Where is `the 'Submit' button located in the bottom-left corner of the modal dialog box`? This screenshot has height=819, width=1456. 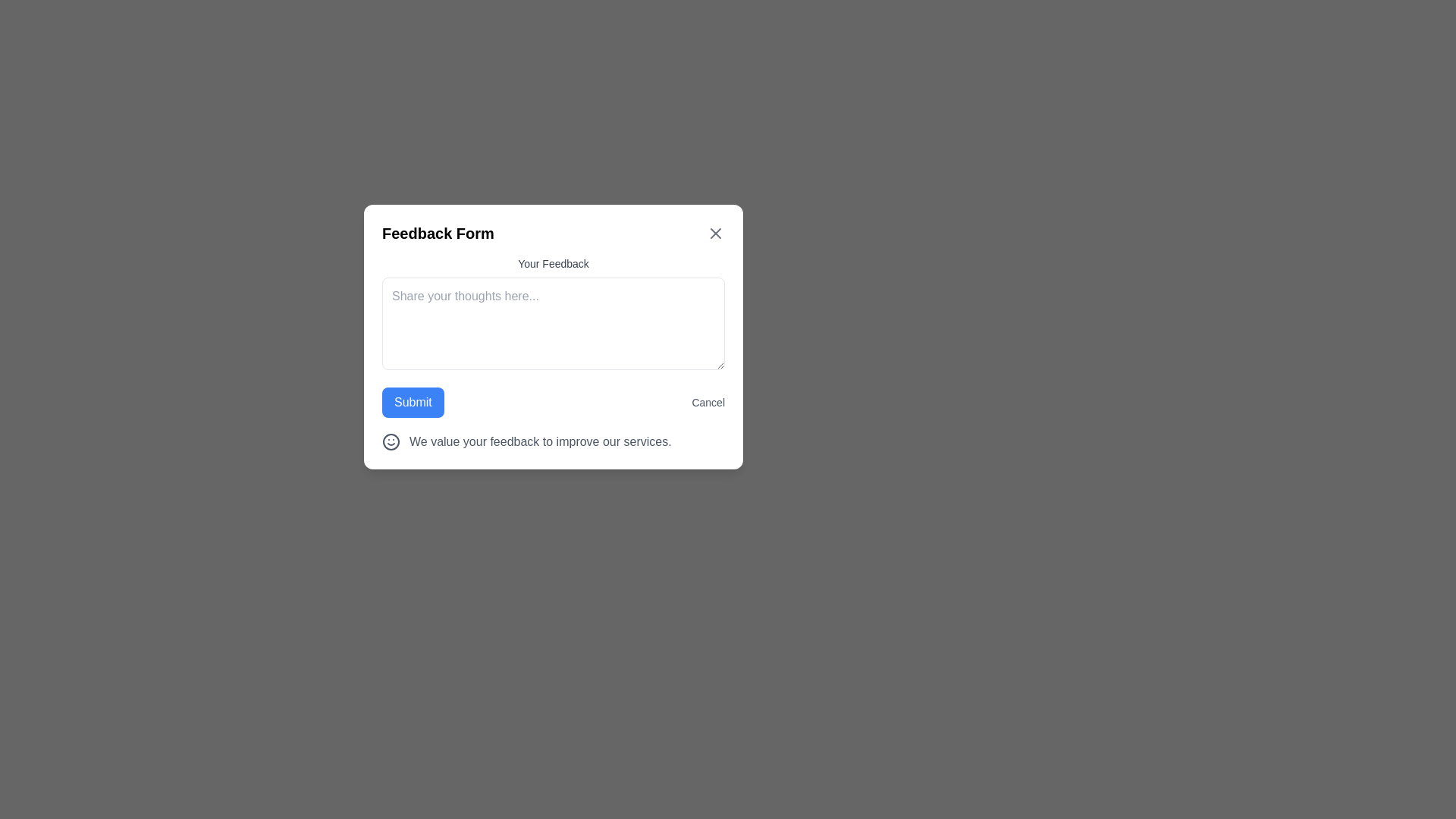
the 'Submit' button located in the bottom-left corner of the modal dialog box is located at coordinates (413, 402).